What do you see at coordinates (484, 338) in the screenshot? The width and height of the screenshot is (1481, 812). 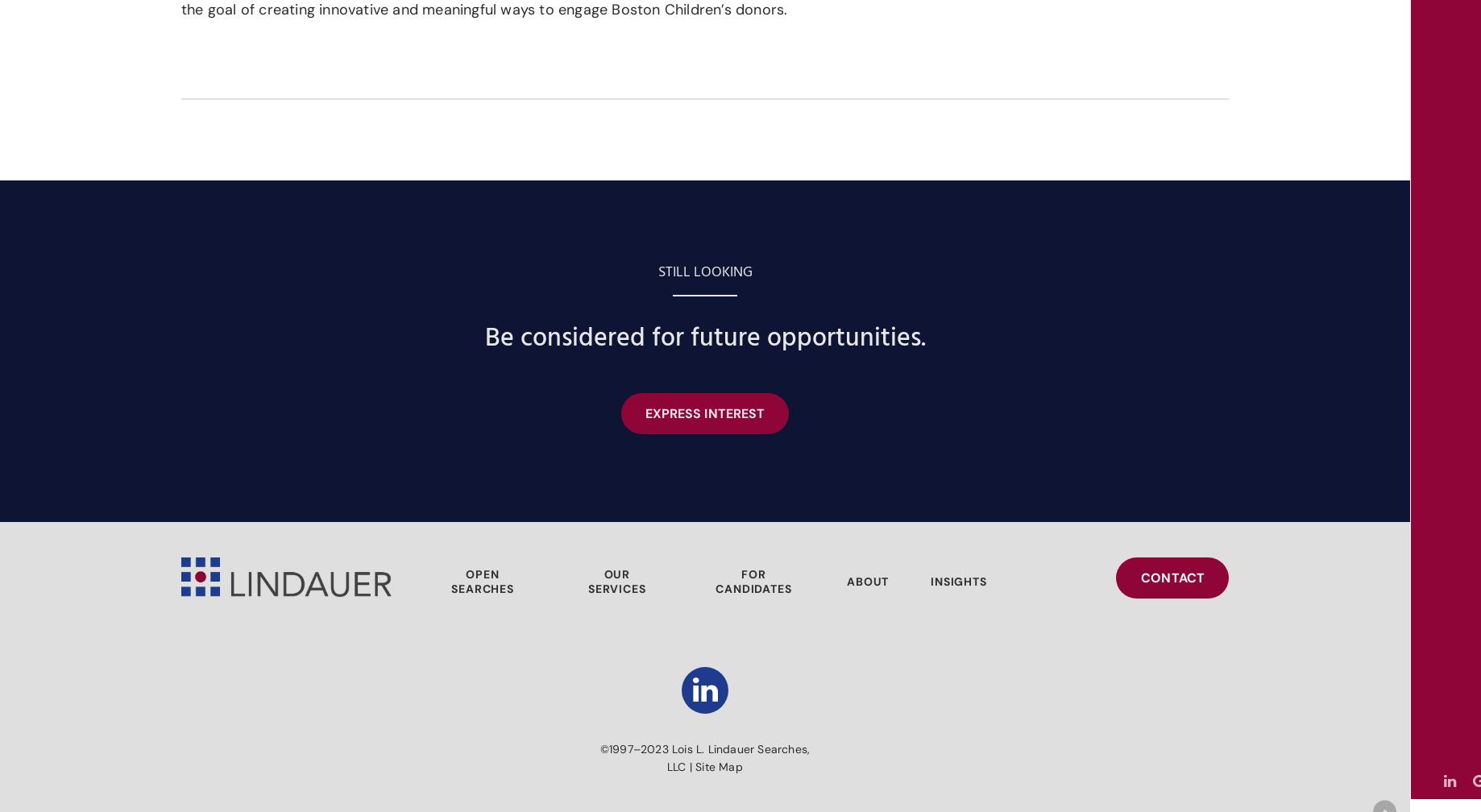 I see `'Be considered for future opportunities.'` at bounding box center [484, 338].